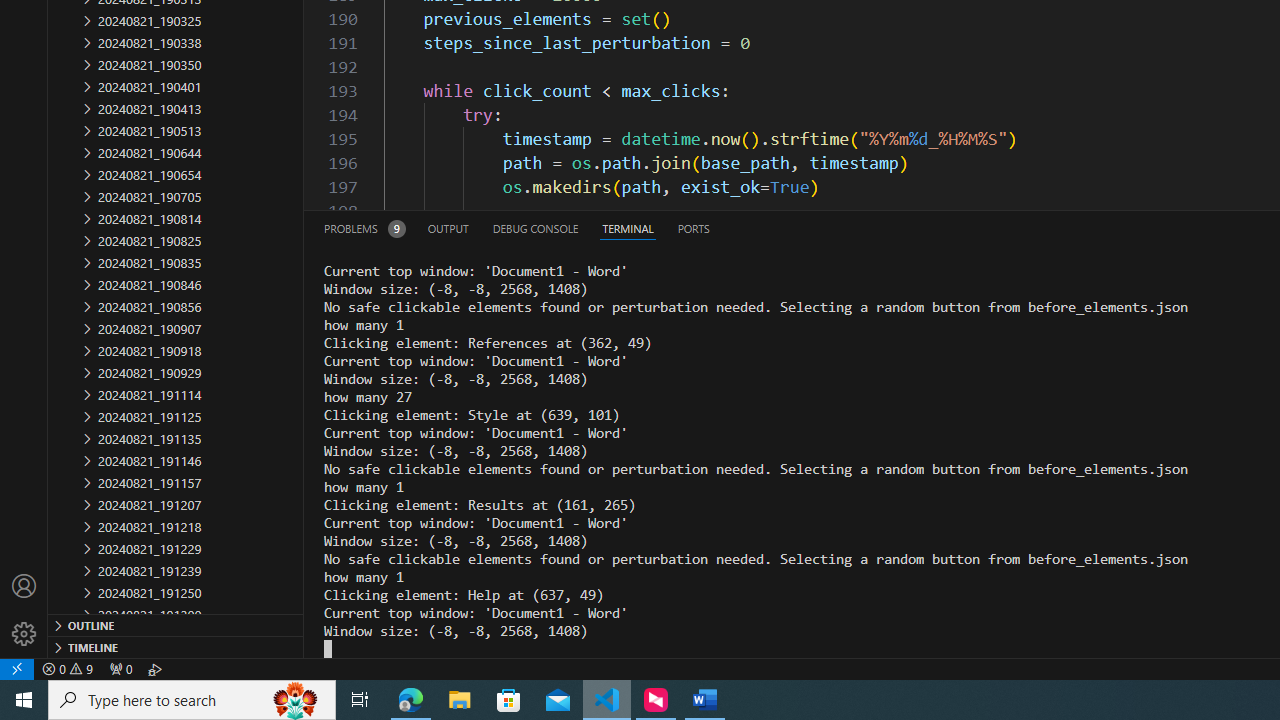  I want to click on 'Timeline Section', so click(176, 646).